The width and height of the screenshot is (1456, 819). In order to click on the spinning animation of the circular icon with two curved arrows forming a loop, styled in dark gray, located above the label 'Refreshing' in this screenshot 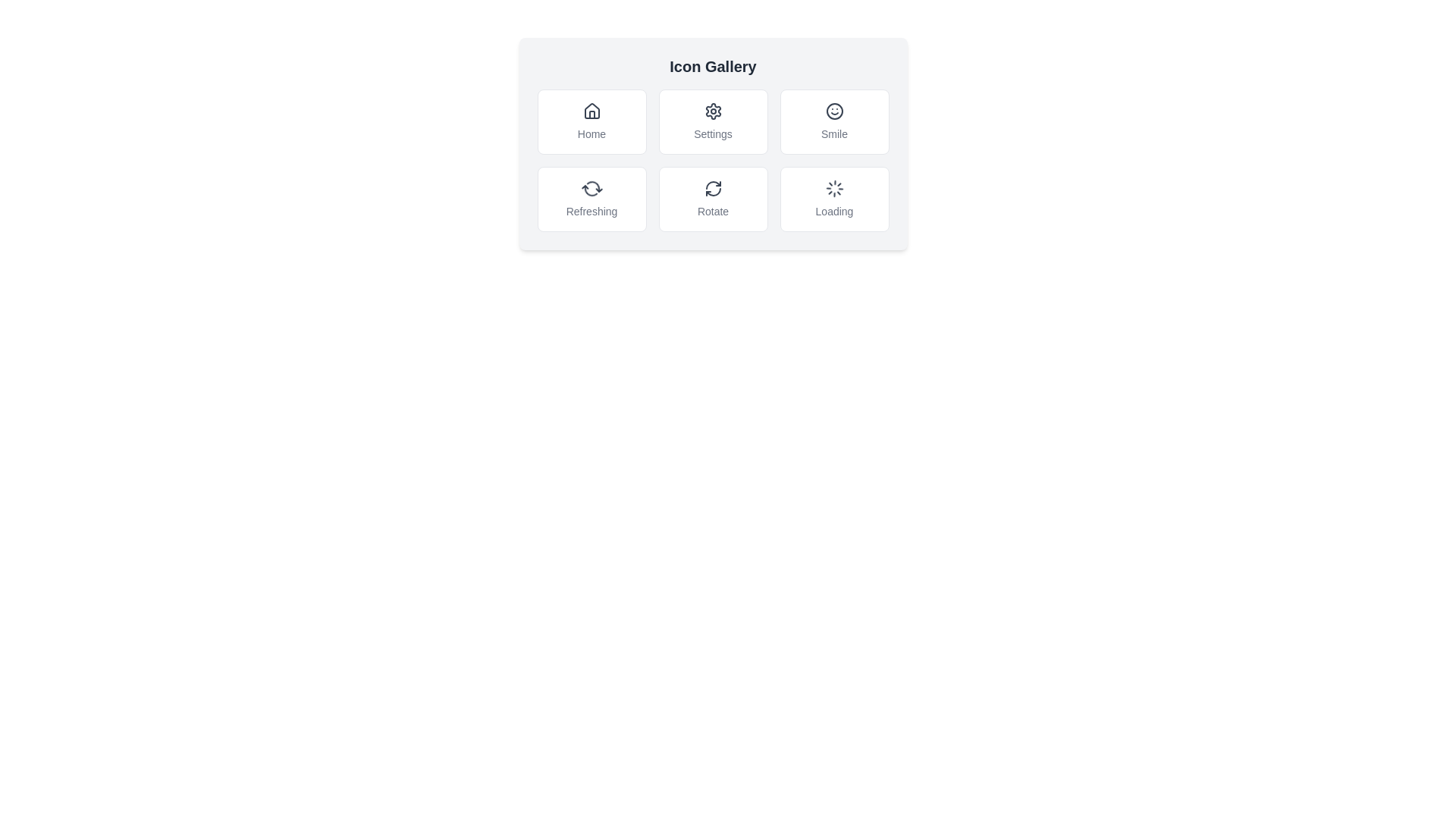, I will do `click(591, 188)`.